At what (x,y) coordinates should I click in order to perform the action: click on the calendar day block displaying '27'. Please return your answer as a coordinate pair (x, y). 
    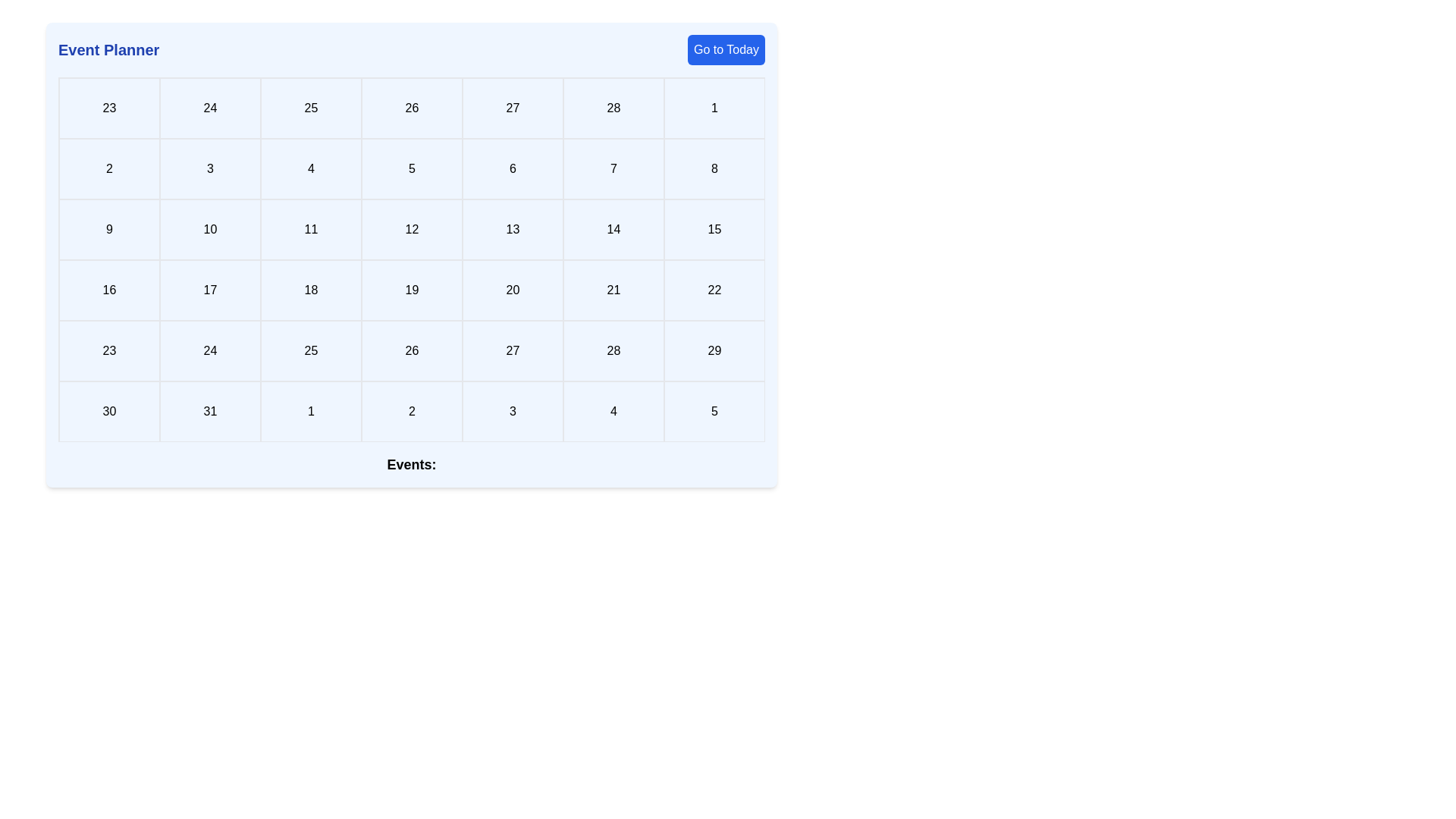
    Looking at the image, I should click on (513, 350).